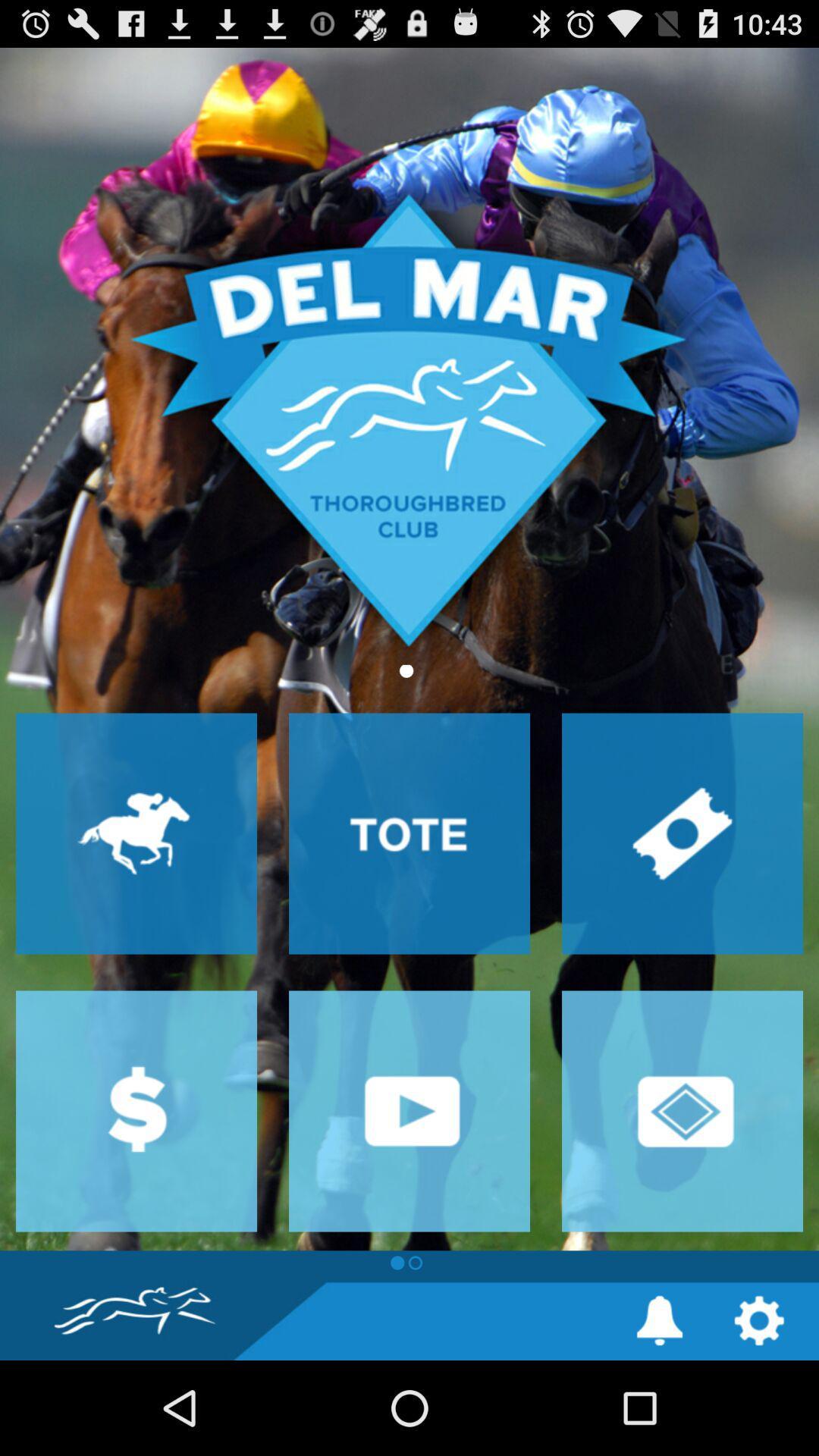  Describe the element at coordinates (659, 1319) in the screenshot. I see `alarm` at that location.